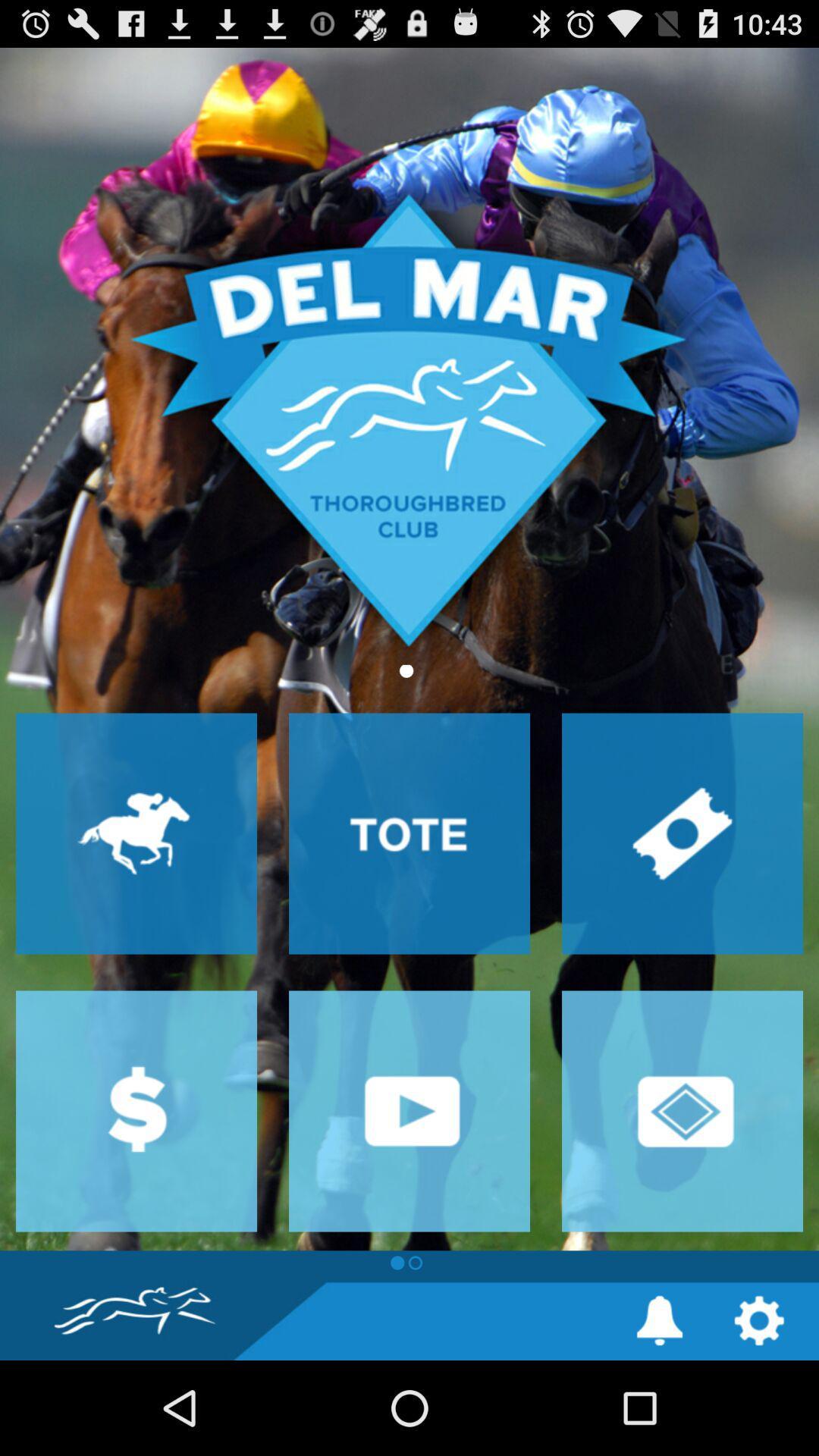  Describe the element at coordinates (659, 1319) in the screenshot. I see `alarm` at that location.